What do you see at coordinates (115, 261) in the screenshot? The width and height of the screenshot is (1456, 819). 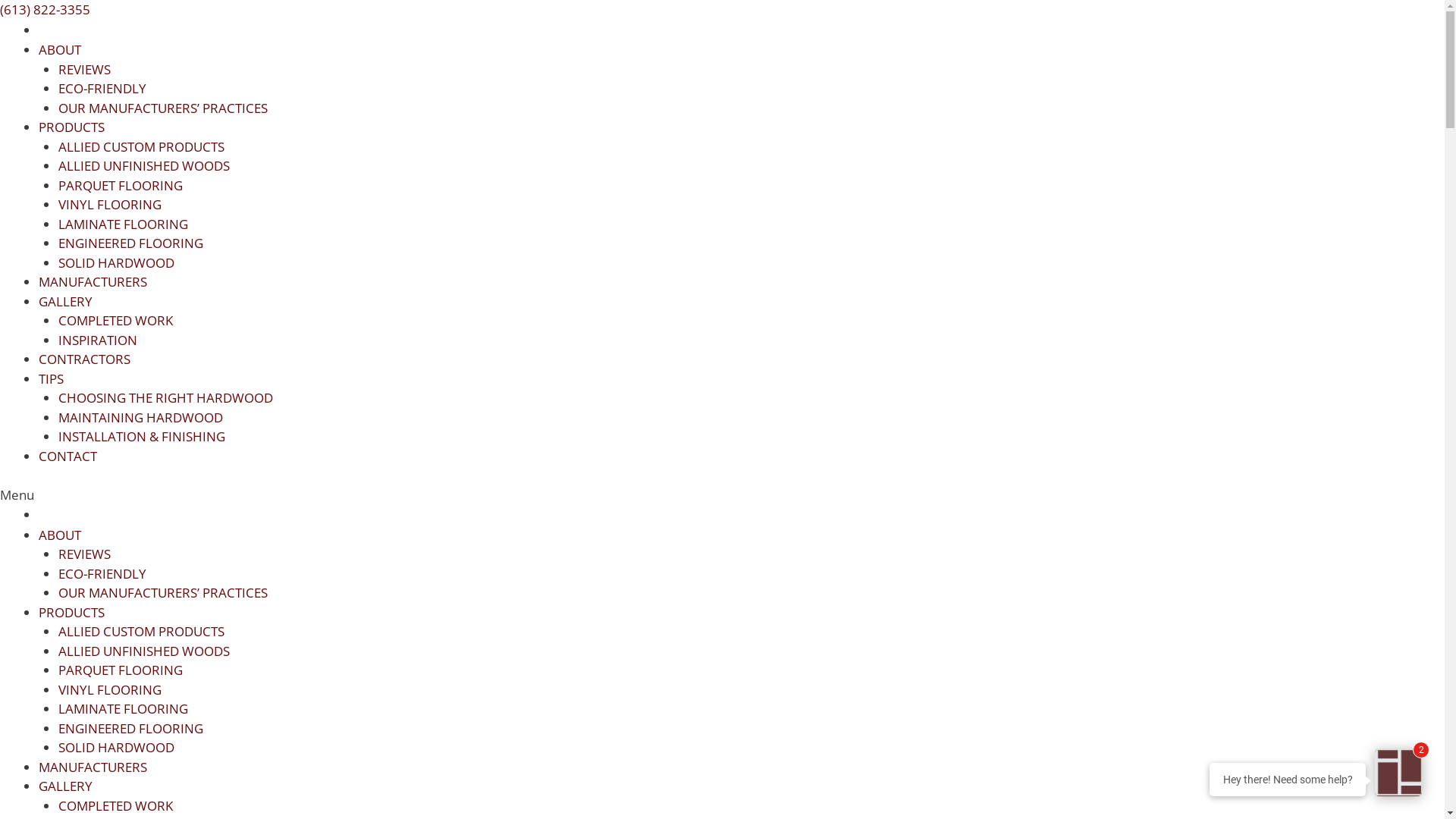 I see `'SOLID HARDWOOD'` at bounding box center [115, 261].